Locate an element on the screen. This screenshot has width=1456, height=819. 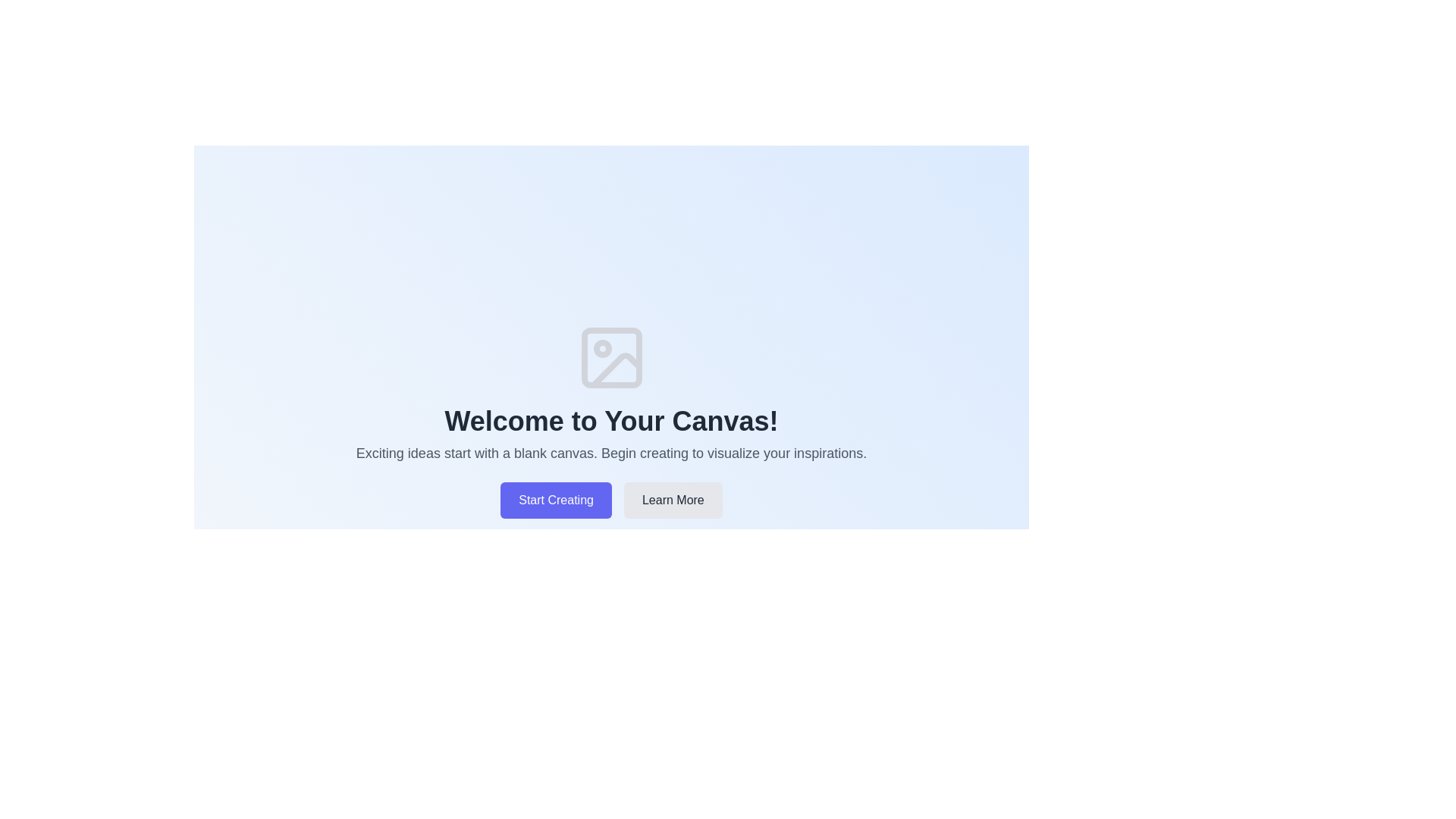
the descriptive text block located beneath the heading 'Welcome to Your Canvas!' and above the buttons 'Start Creating' and 'Learn More' is located at coordinates (611, 452).